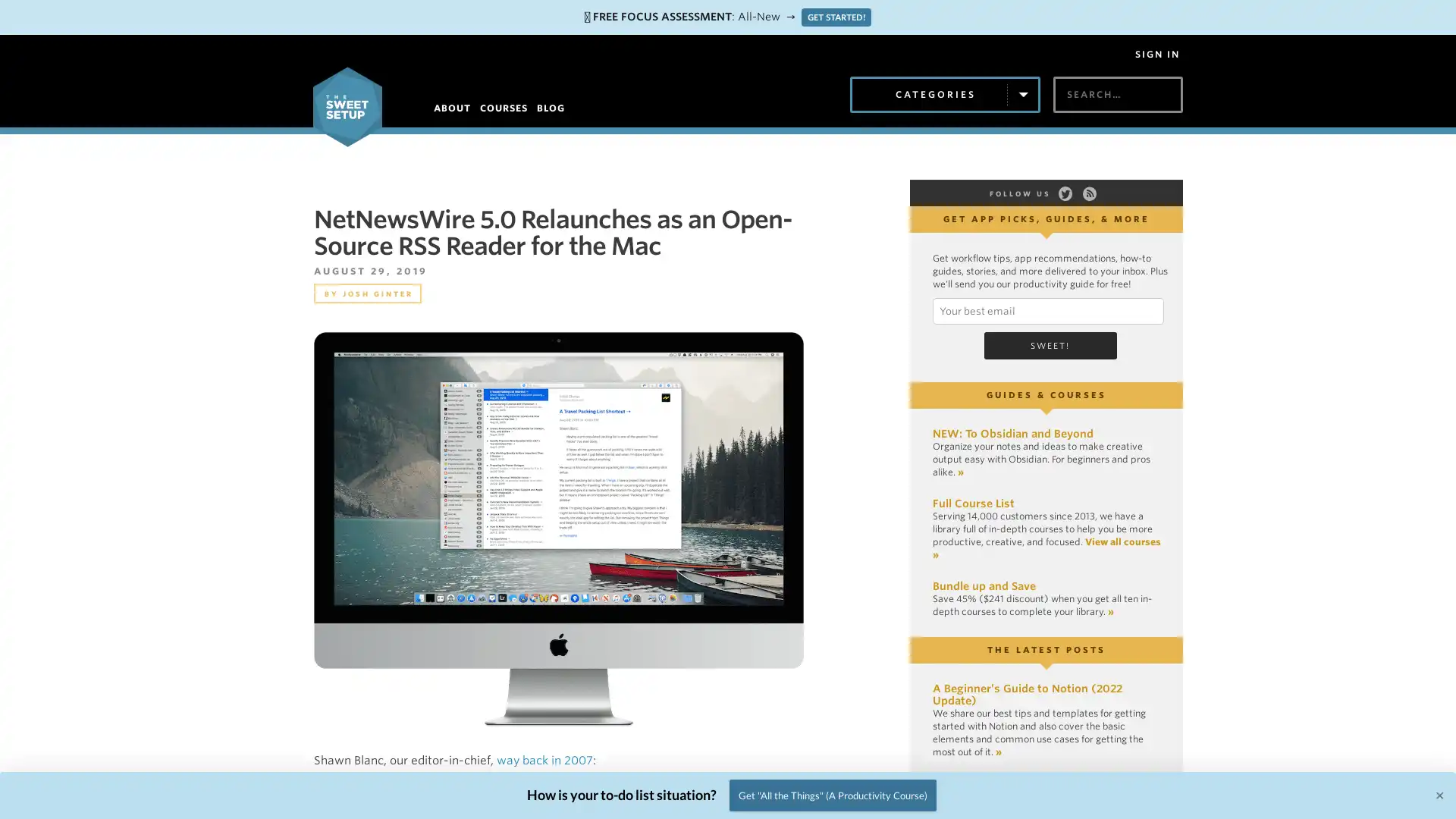 This screenshot has width=1456, height=819. What do you see at coordinates (832, 794) in the screenshot?
I see `Get "All the Things" (A Productivity Course)` at bounding box center [832, 794].